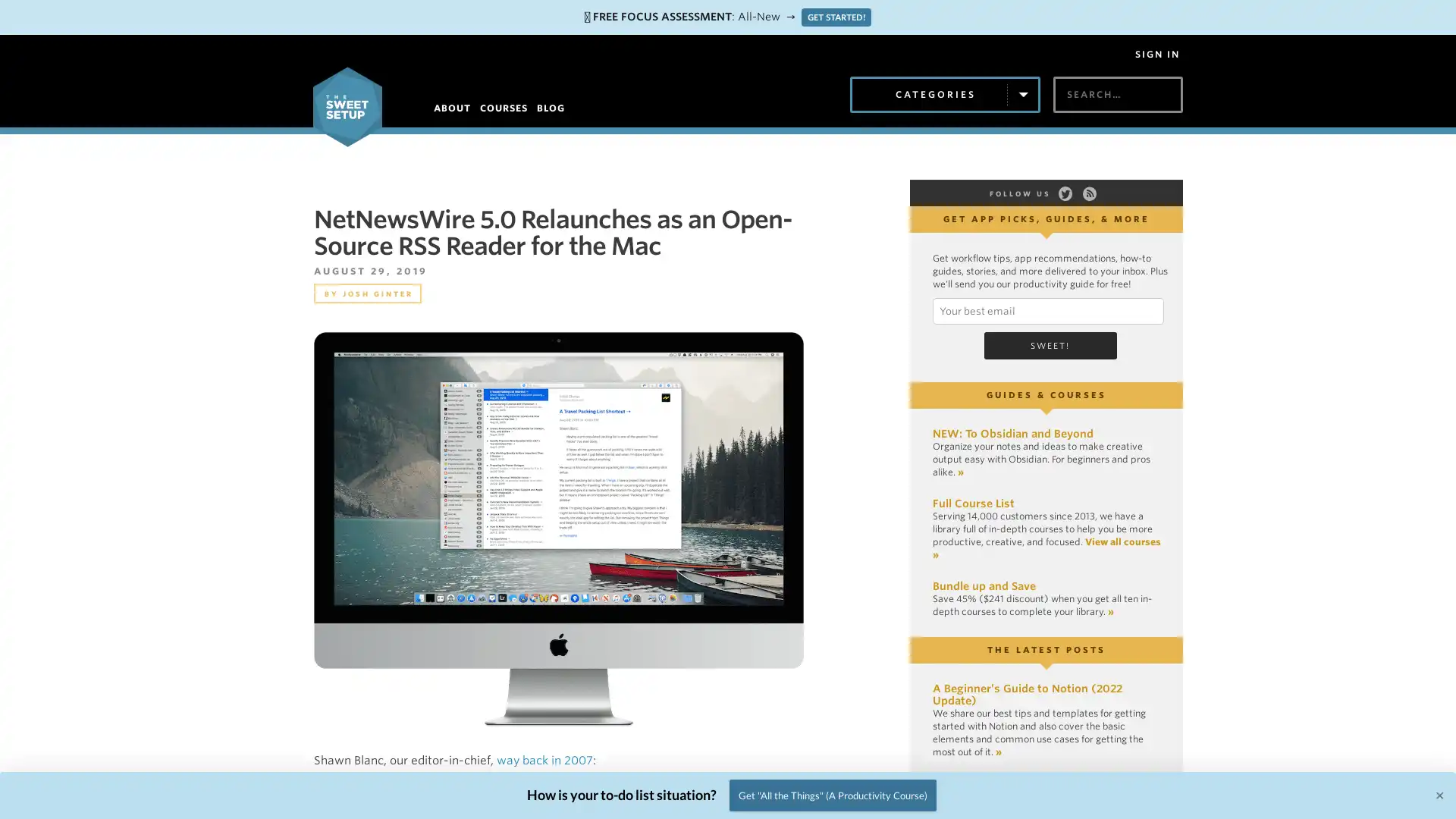 This screenshot has width=1456, height=819. What do you see at coordinates (832, 794) in the screenshot?
I see `Get "All the Things" (A Productivity Course)` at bounding box center [832, 794].